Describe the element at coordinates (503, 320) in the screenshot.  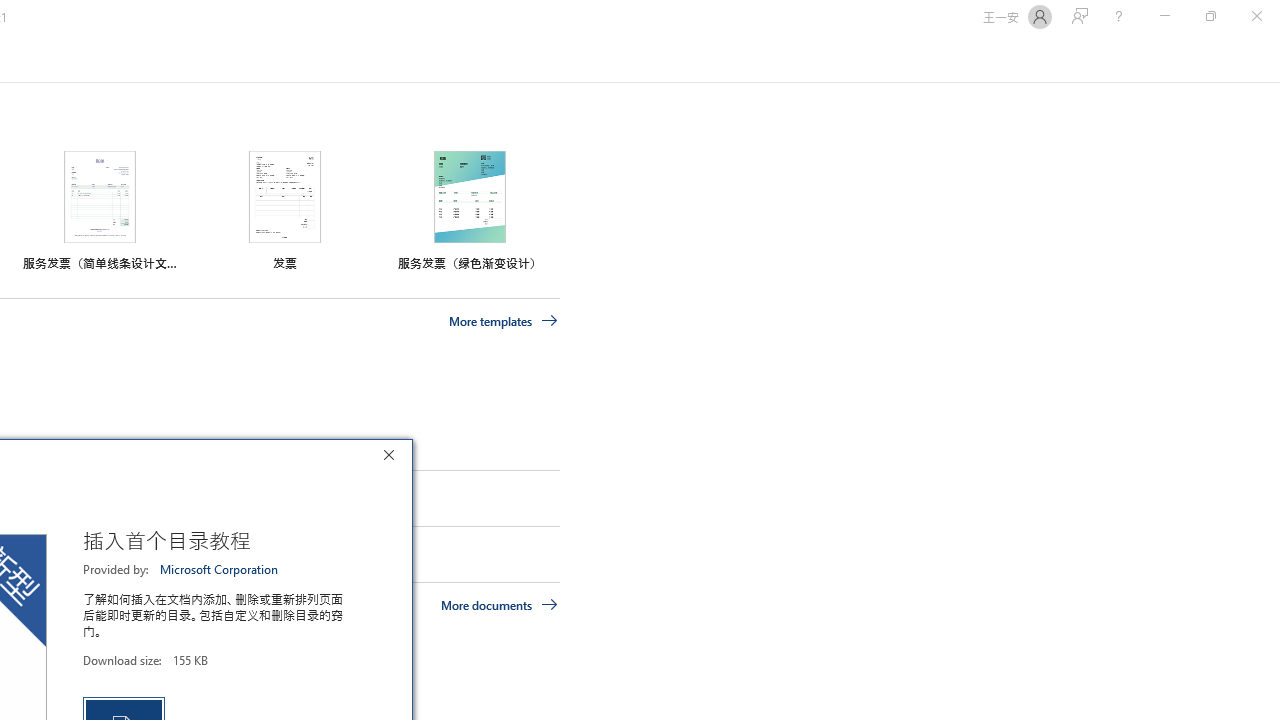
I see `'More templates'` at that location.